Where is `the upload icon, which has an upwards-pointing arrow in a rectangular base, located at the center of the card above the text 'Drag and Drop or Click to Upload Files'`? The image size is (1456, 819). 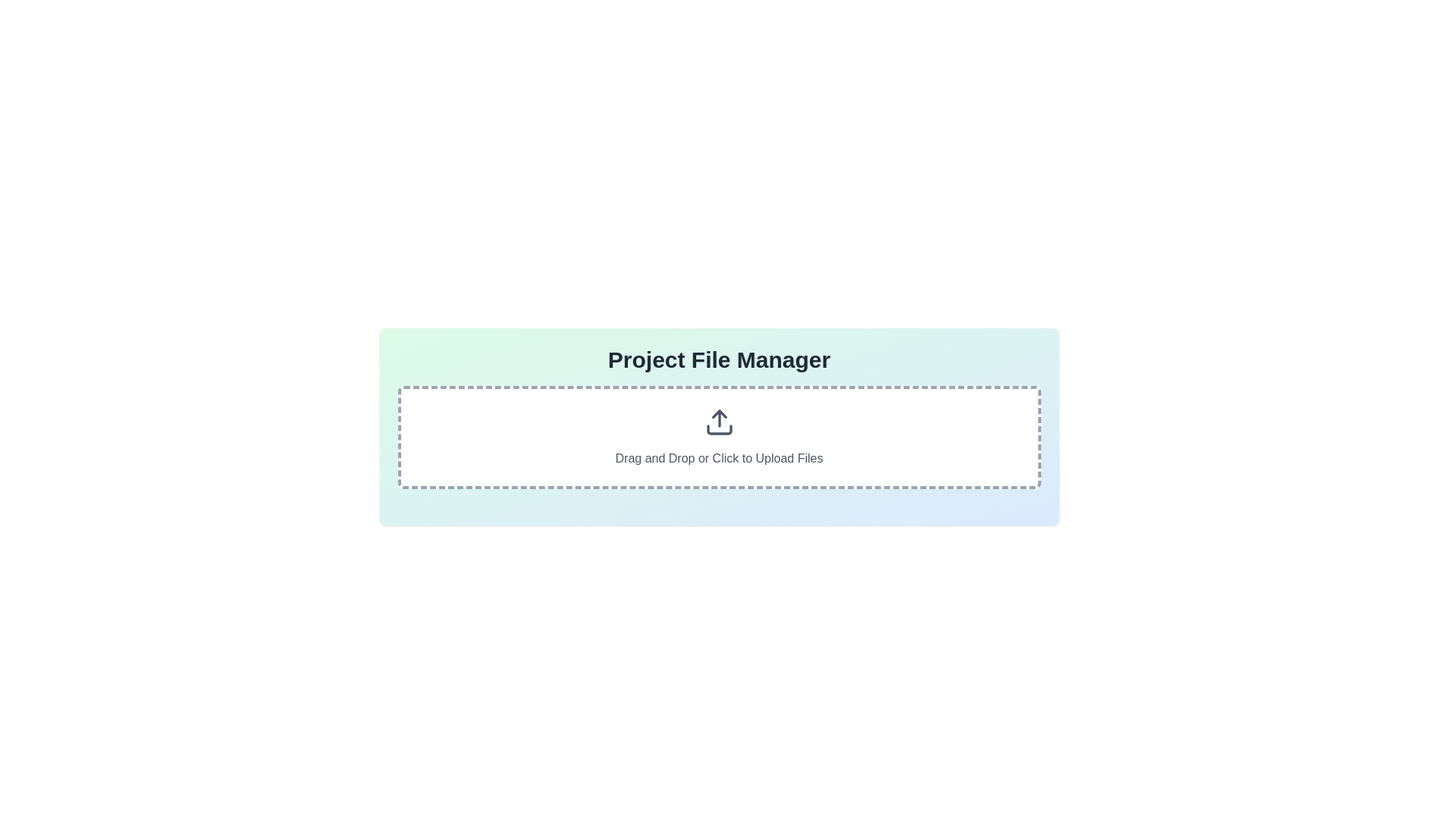 the upload icon, which has an upwards-pointing arrow in a rectangular base, located at the center of the card above the text 'Drag and Drop or Click to Upload Files' is located at coordinates (718, 422).